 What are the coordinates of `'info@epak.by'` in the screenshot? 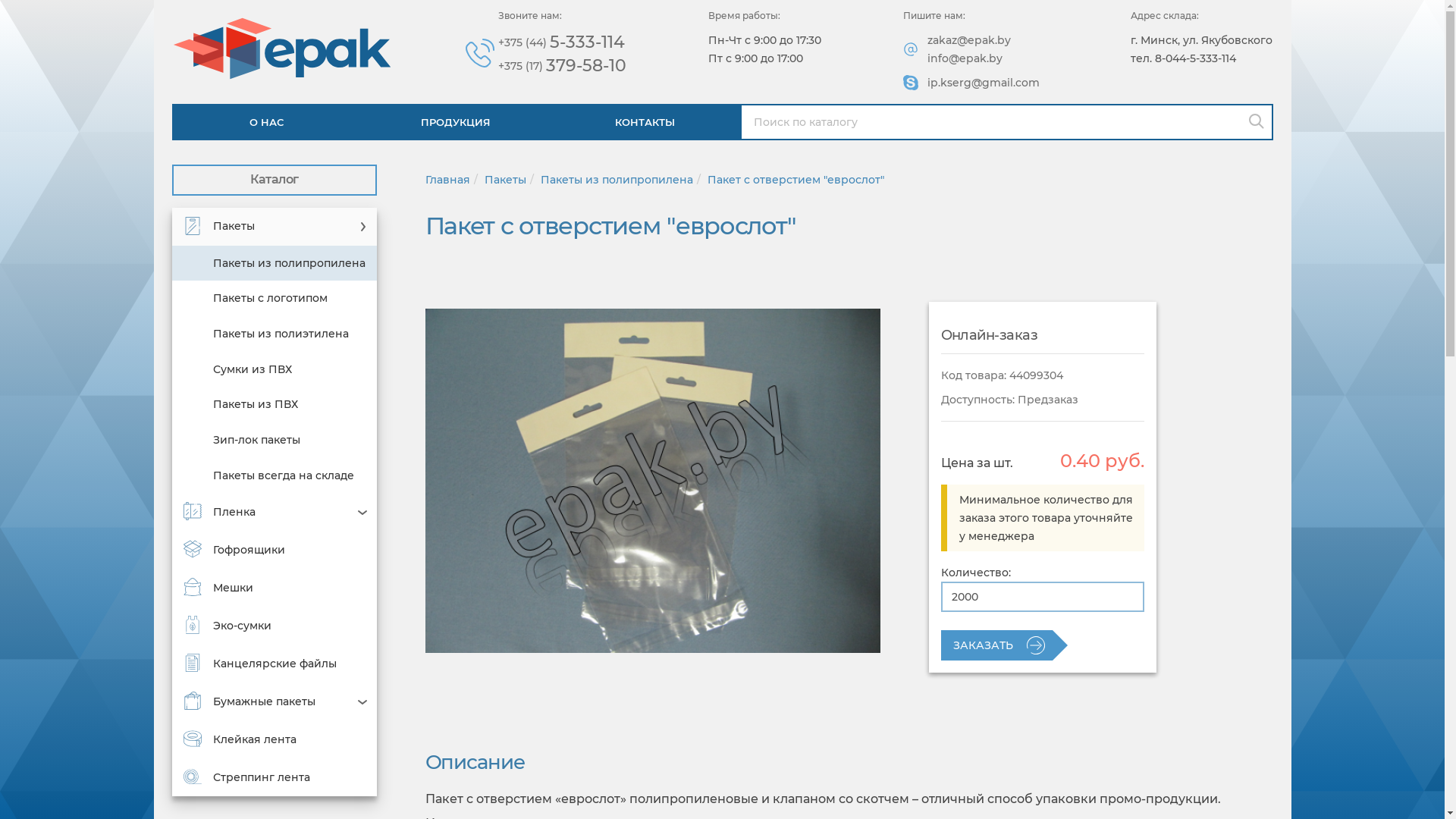 It's located at (964, 58).